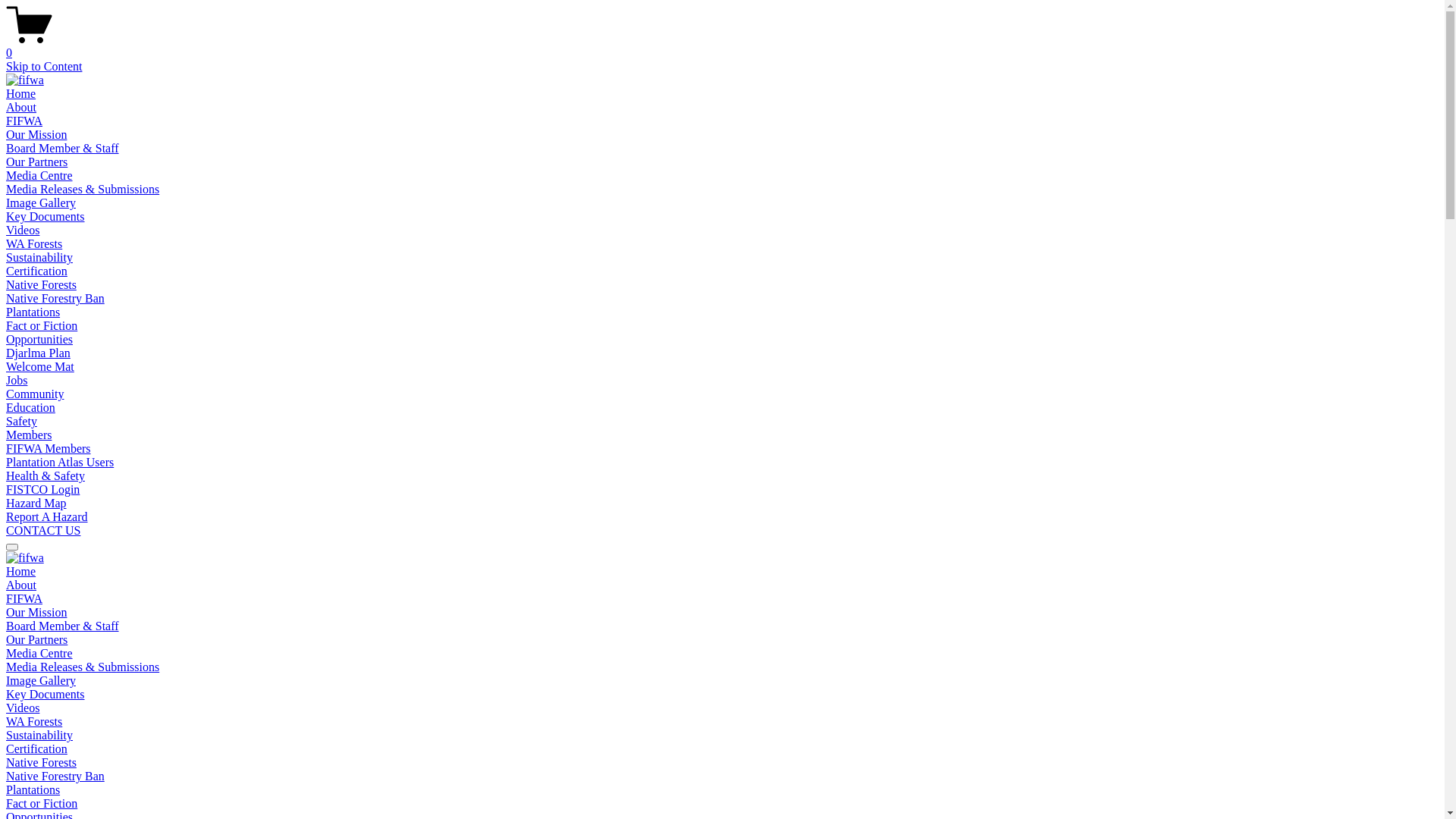  I want to click on 'Jobs', so click(6, 379).